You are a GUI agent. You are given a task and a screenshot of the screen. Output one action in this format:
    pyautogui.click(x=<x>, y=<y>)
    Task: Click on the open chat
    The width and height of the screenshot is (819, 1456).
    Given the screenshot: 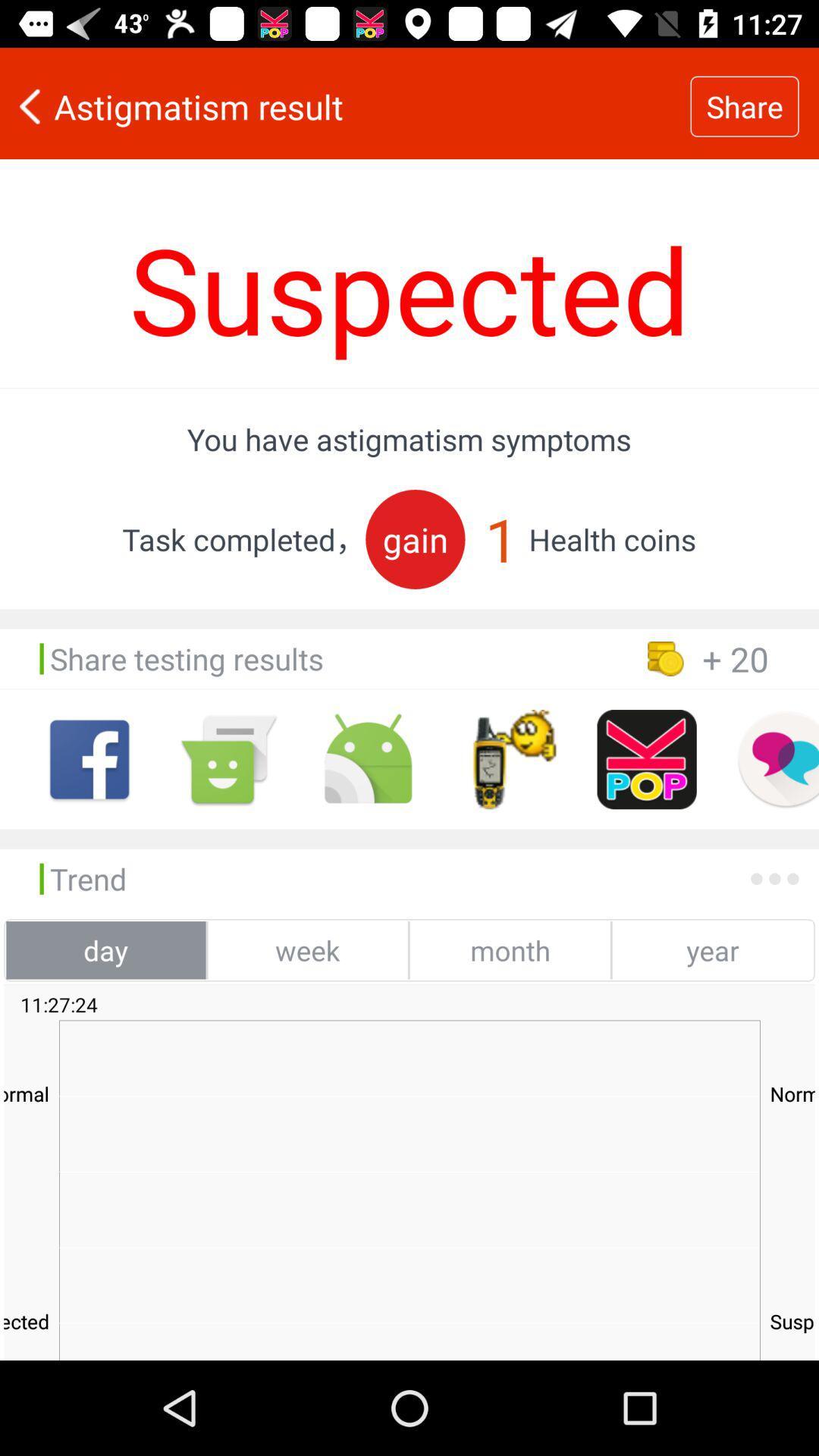 What is the action you would take?
    pyautogui.click(x=777, y=759)
    